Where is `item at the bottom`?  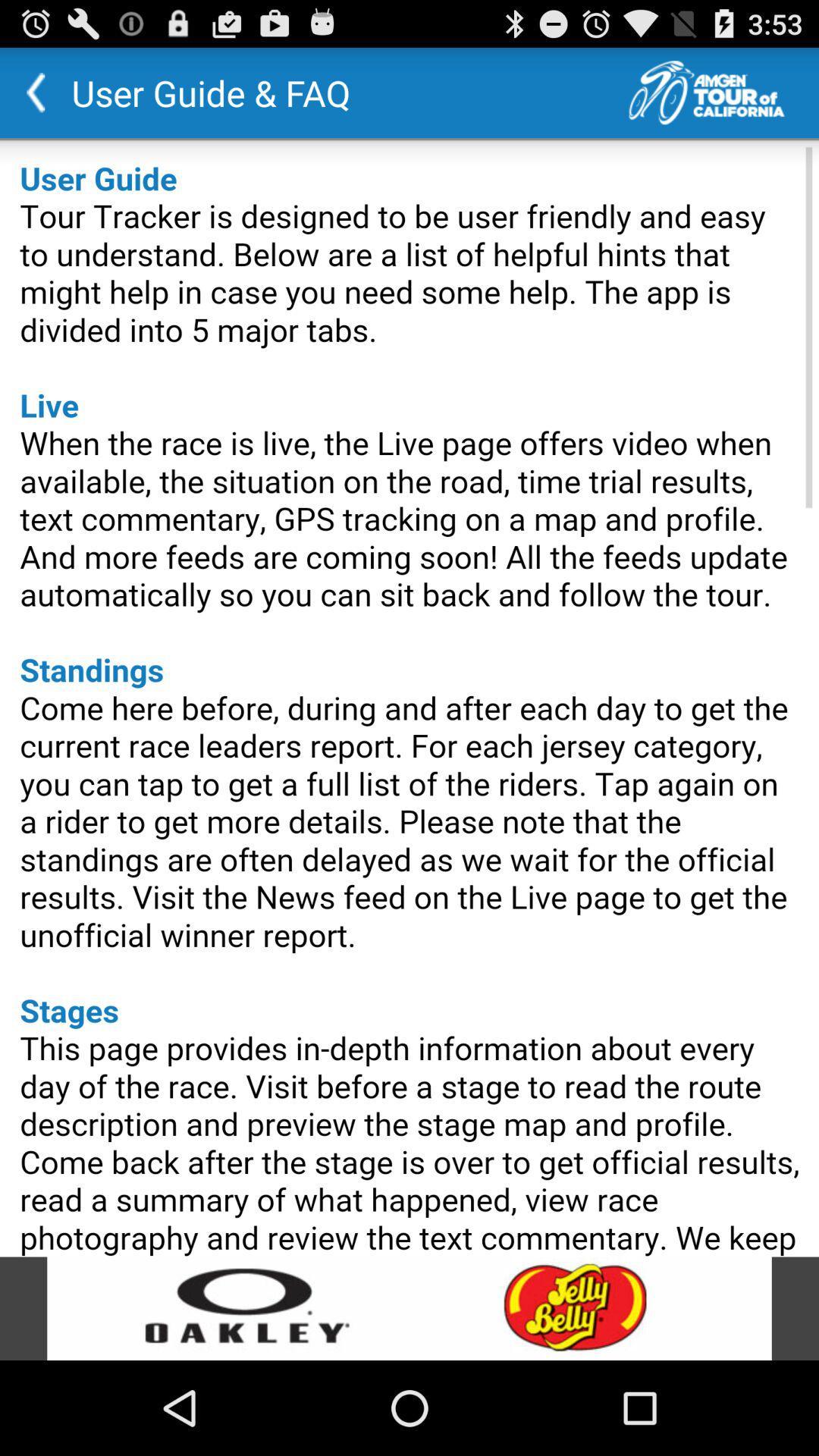
item at the bottom is located at coordinates (409, 1307).